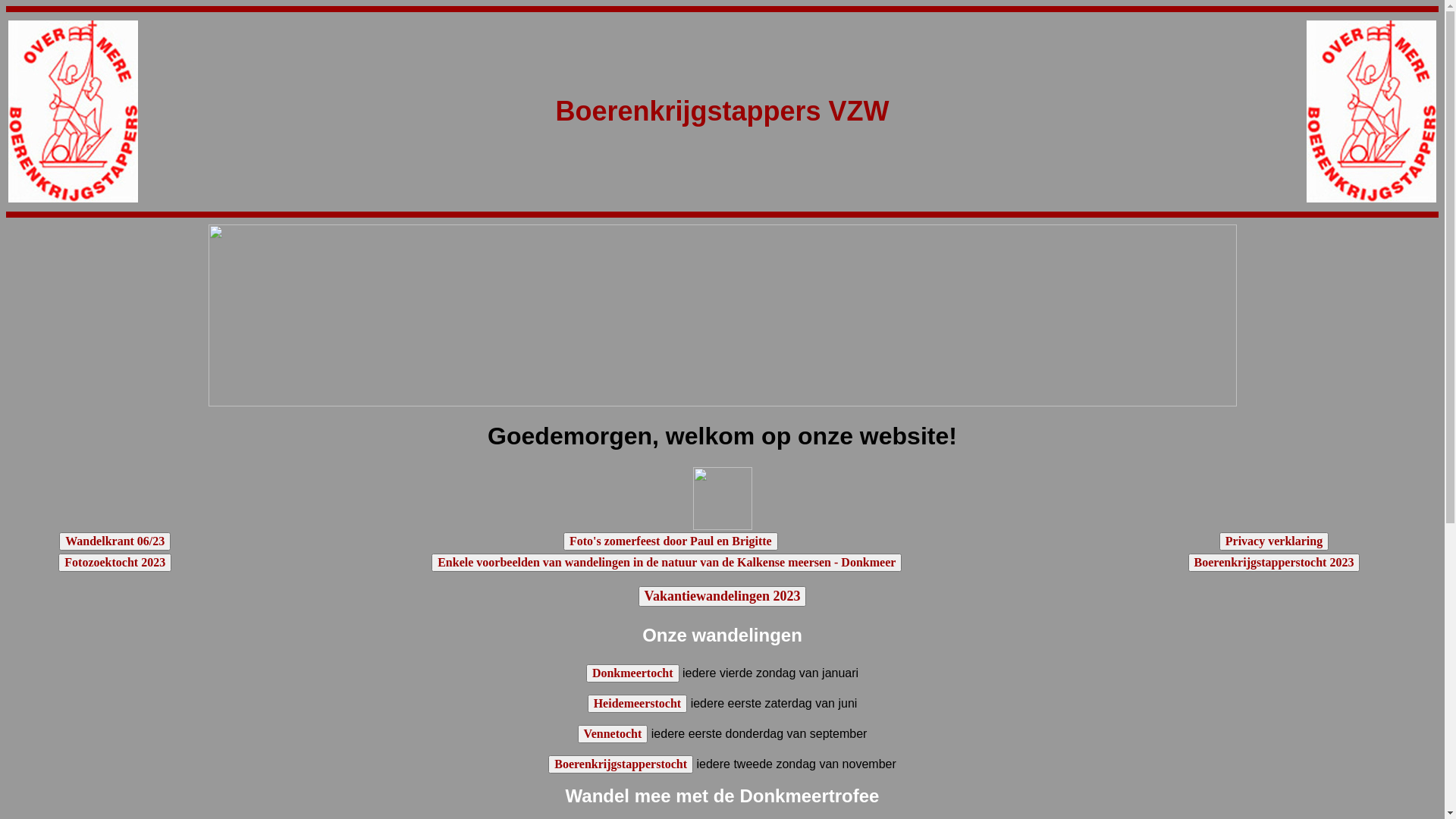 This screenshot has width=1456, height=819. I want to click on 'Heidemeerstocht', so click(637, 704).